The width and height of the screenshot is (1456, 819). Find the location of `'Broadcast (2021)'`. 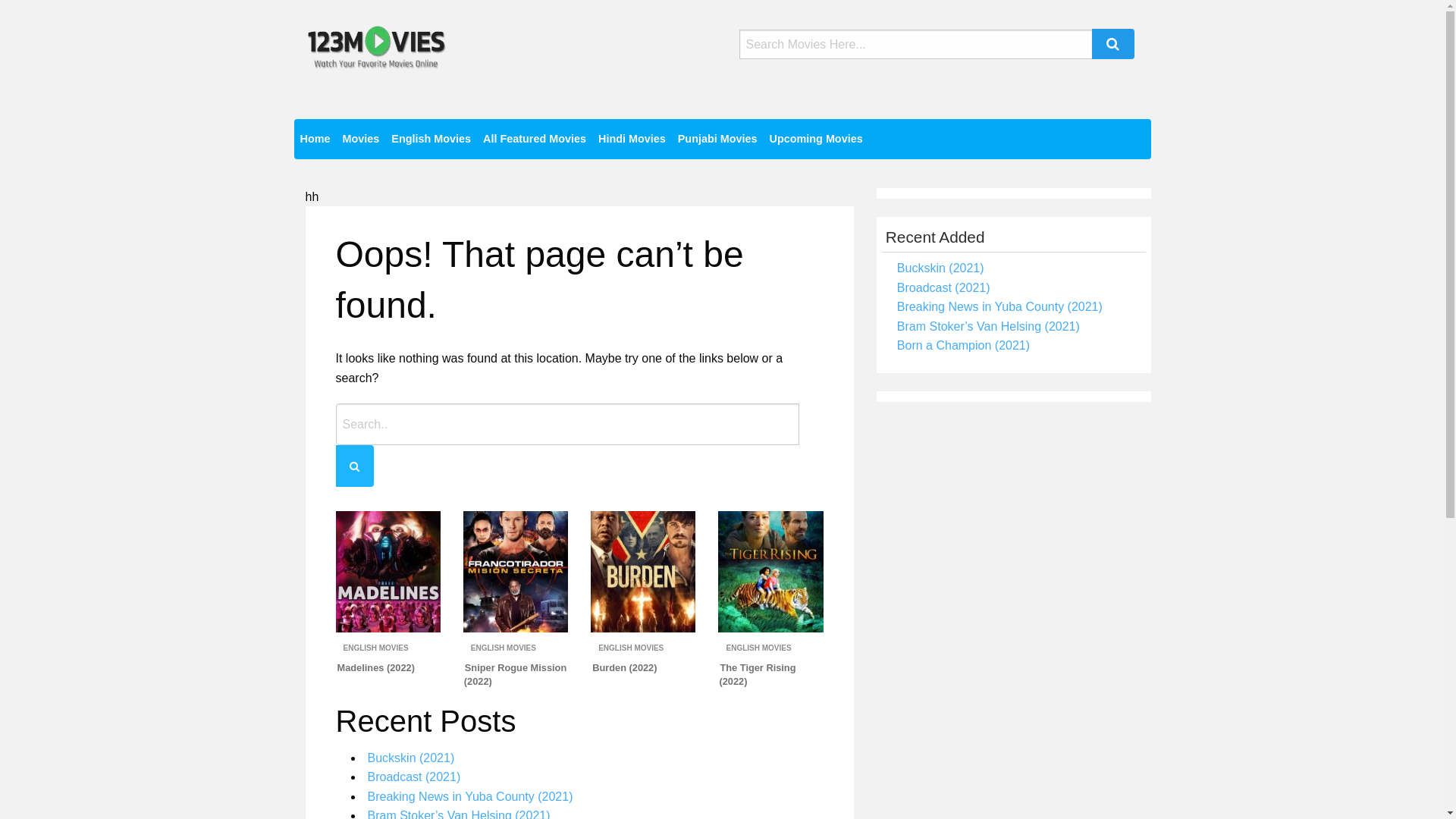

'Broadcast (2021)' is located at coordinates (413, 777).